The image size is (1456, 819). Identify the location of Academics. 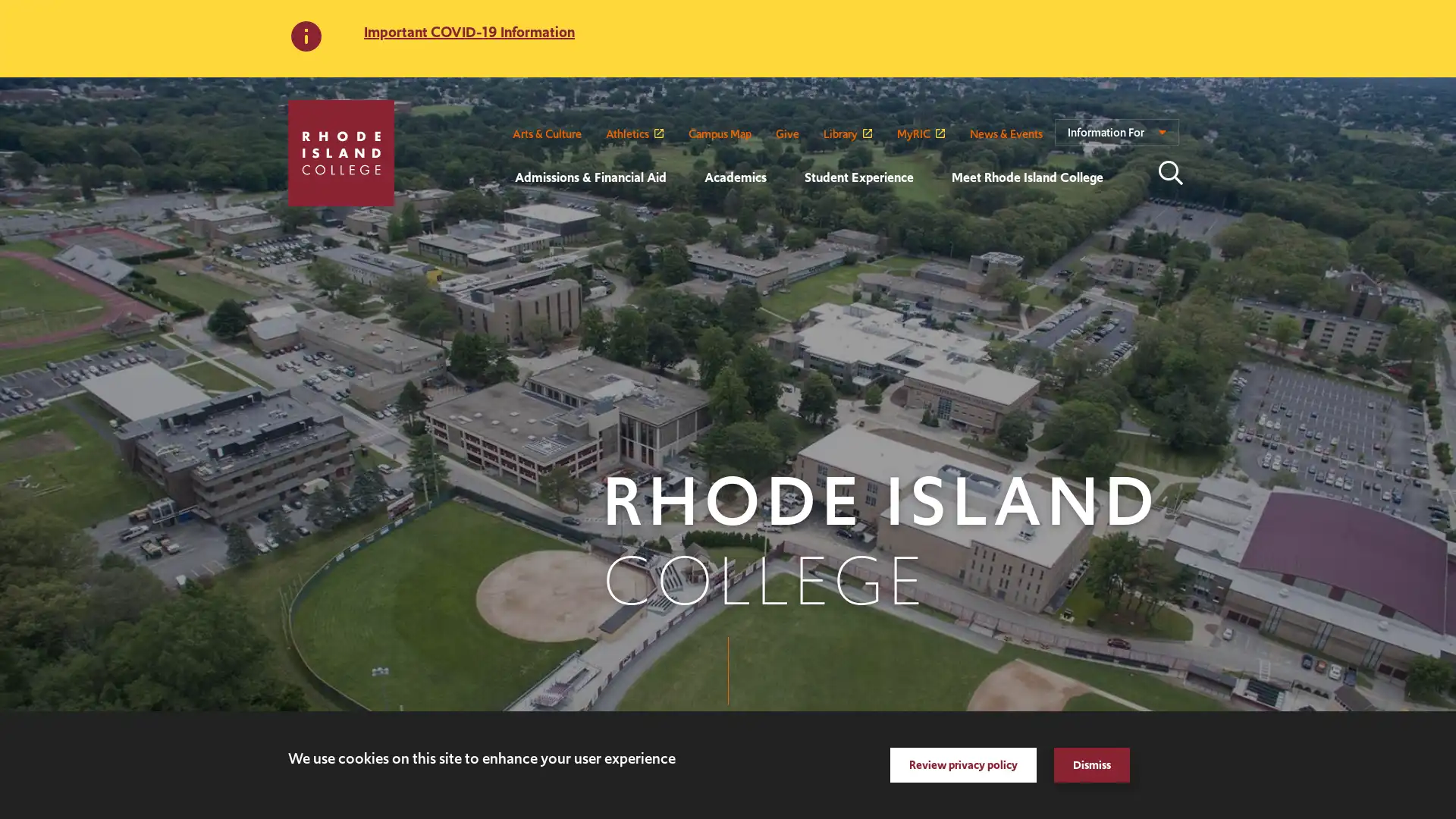
(684, 218).